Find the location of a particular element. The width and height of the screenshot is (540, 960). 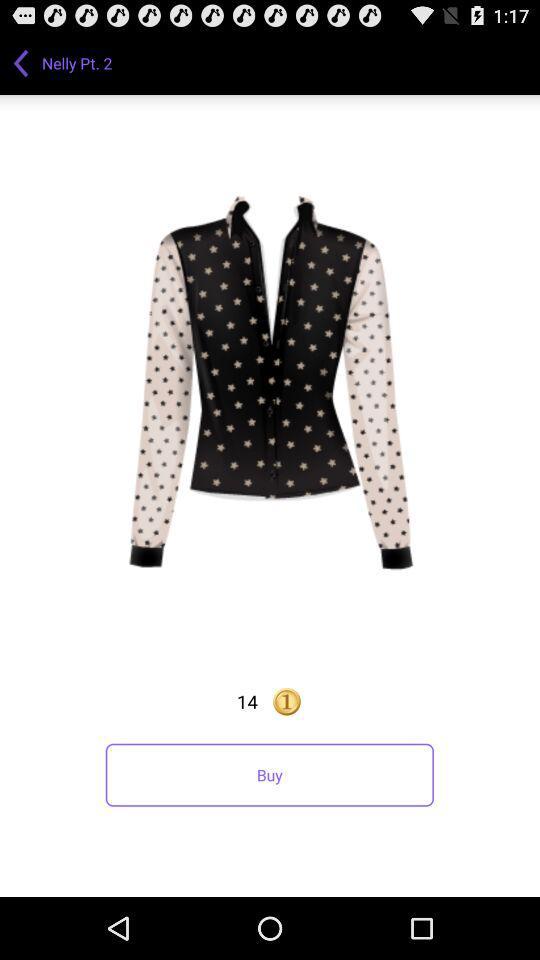

the buy is located at coordinates (269, 774).